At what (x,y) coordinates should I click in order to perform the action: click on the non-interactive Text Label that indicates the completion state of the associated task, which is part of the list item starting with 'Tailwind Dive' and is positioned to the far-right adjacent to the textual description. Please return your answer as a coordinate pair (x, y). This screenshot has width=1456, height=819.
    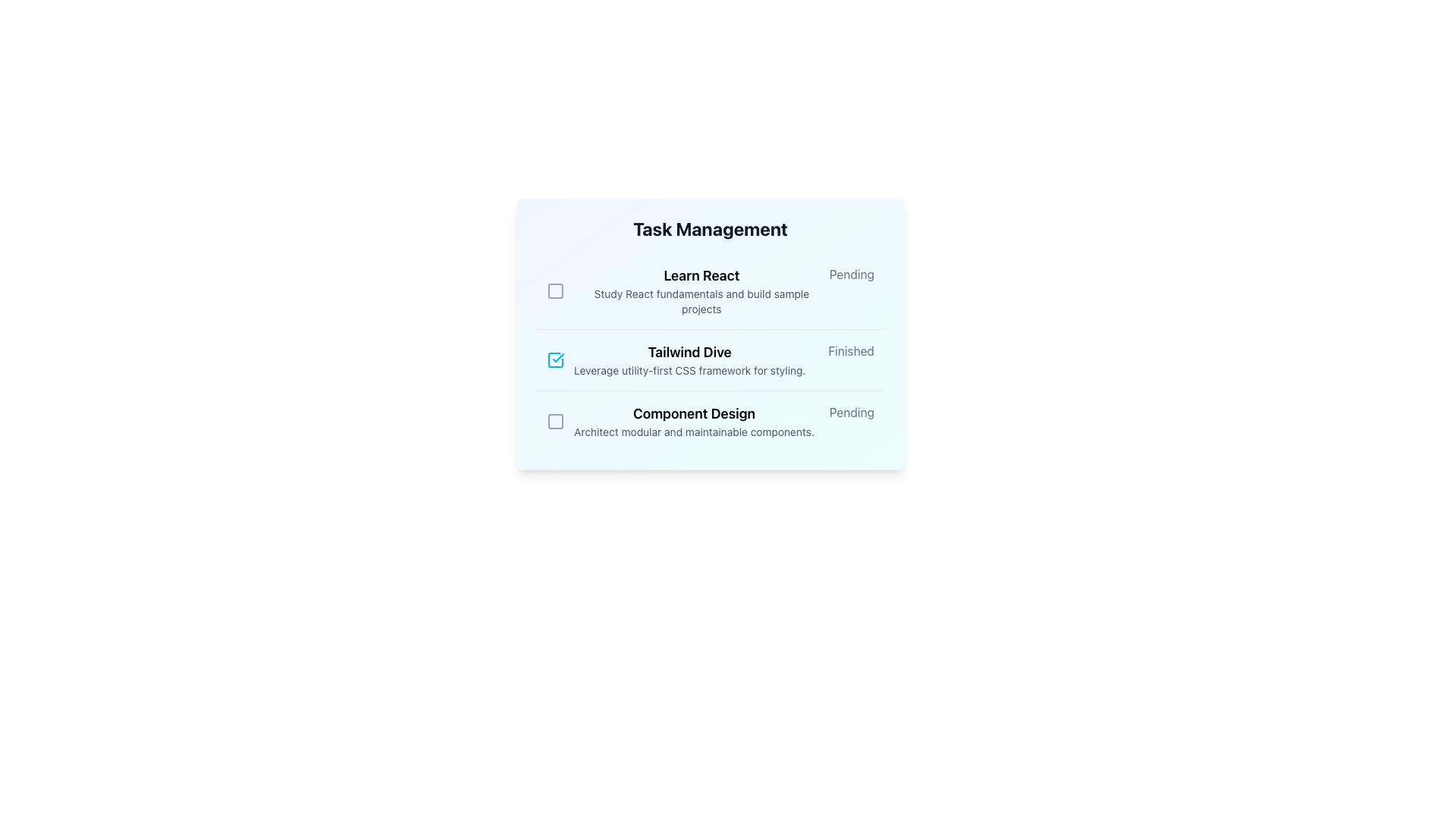
    Looking at the image, I should click on (851, 350).